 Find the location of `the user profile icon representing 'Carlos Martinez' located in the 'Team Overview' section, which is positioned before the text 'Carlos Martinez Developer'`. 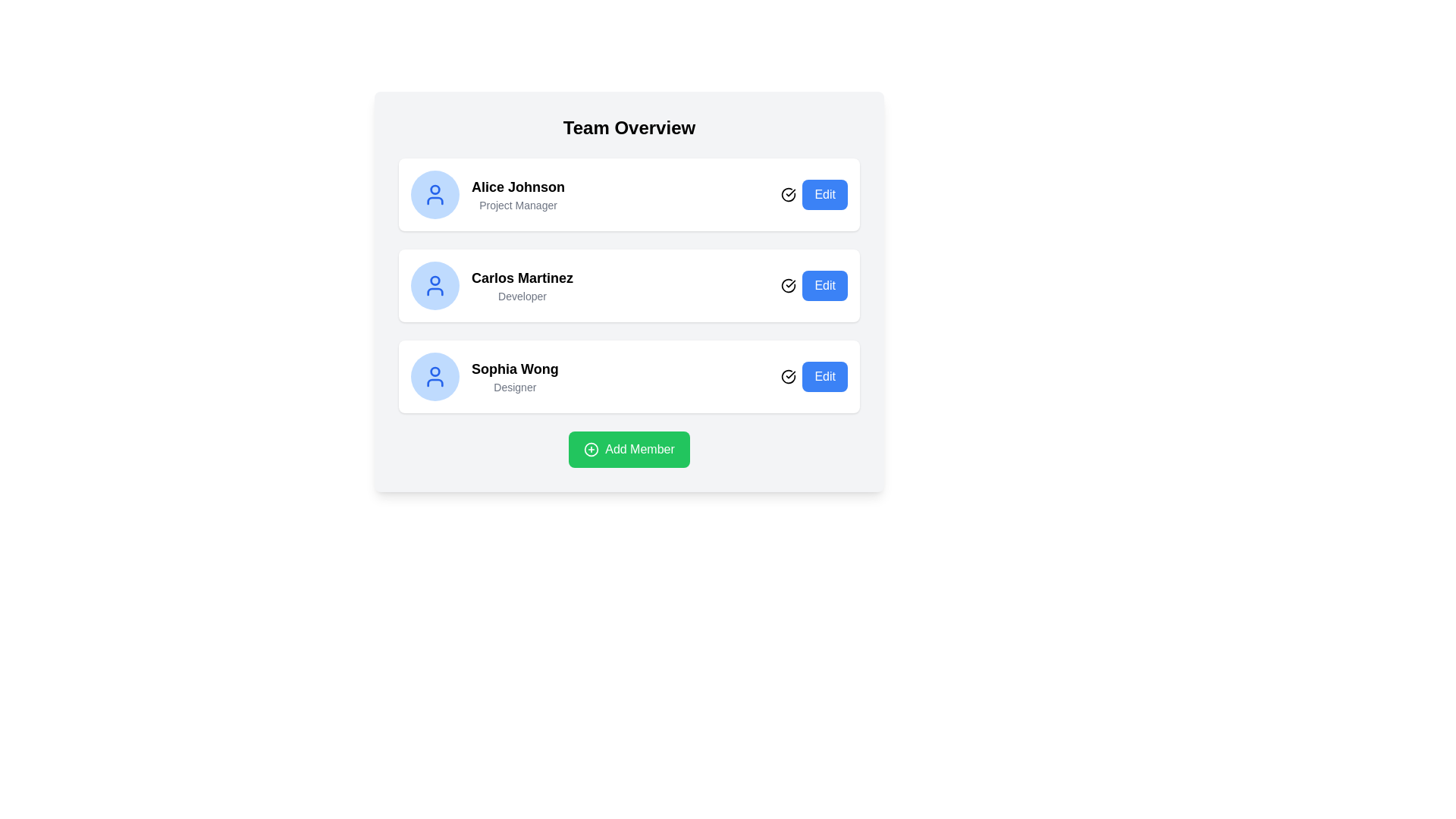

the user profile icon representing 'Carlos Martinez' located in the 'Team Overview' section, which is positioned before the text 'Carlos Martinez Developer' is located at coordinates (435, 286).